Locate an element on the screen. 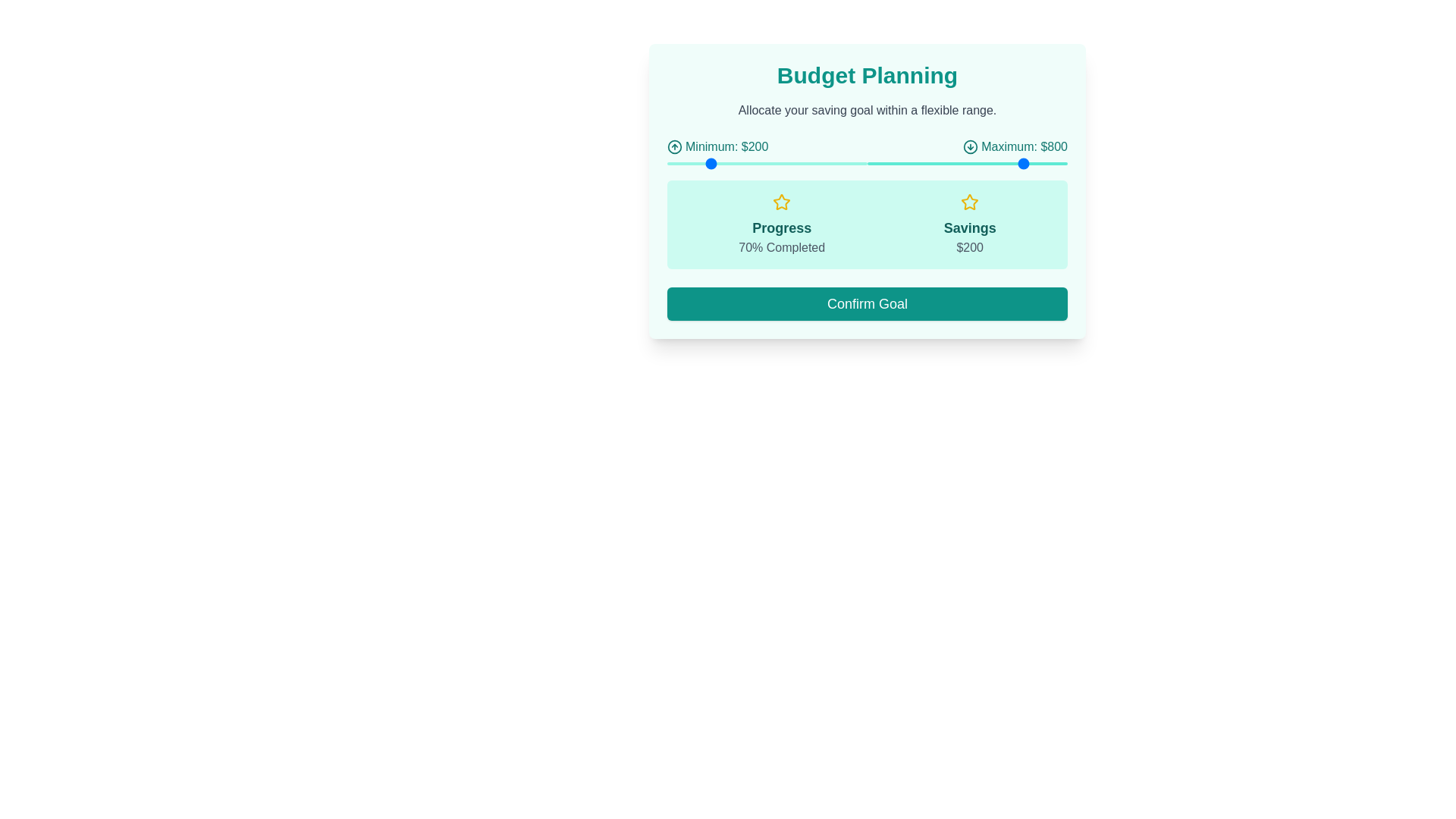  the slider value is located at coordinates (702, 164).